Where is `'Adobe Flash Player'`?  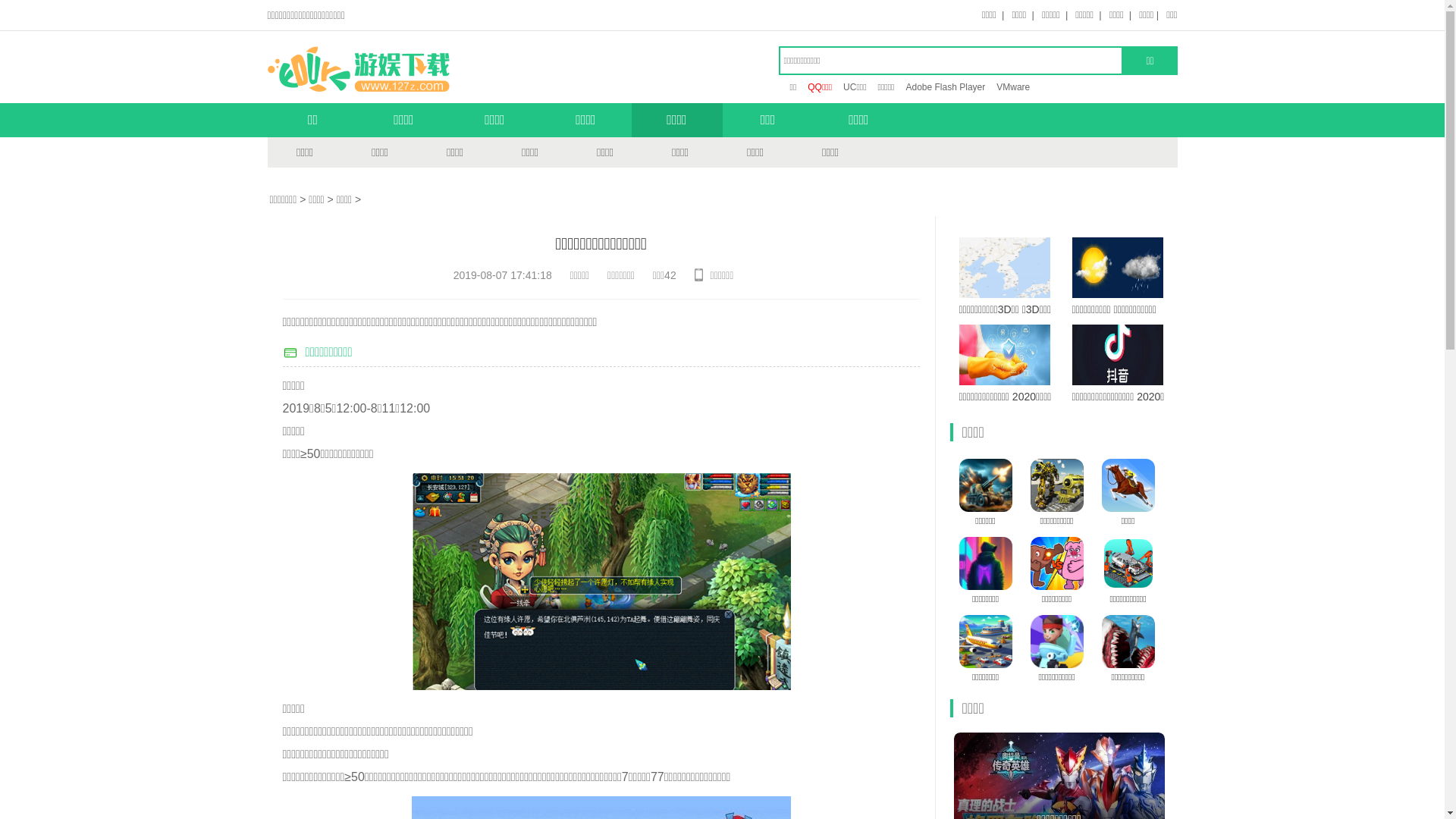
'Adobe Flash Player' is located at coordinates (905, 87).